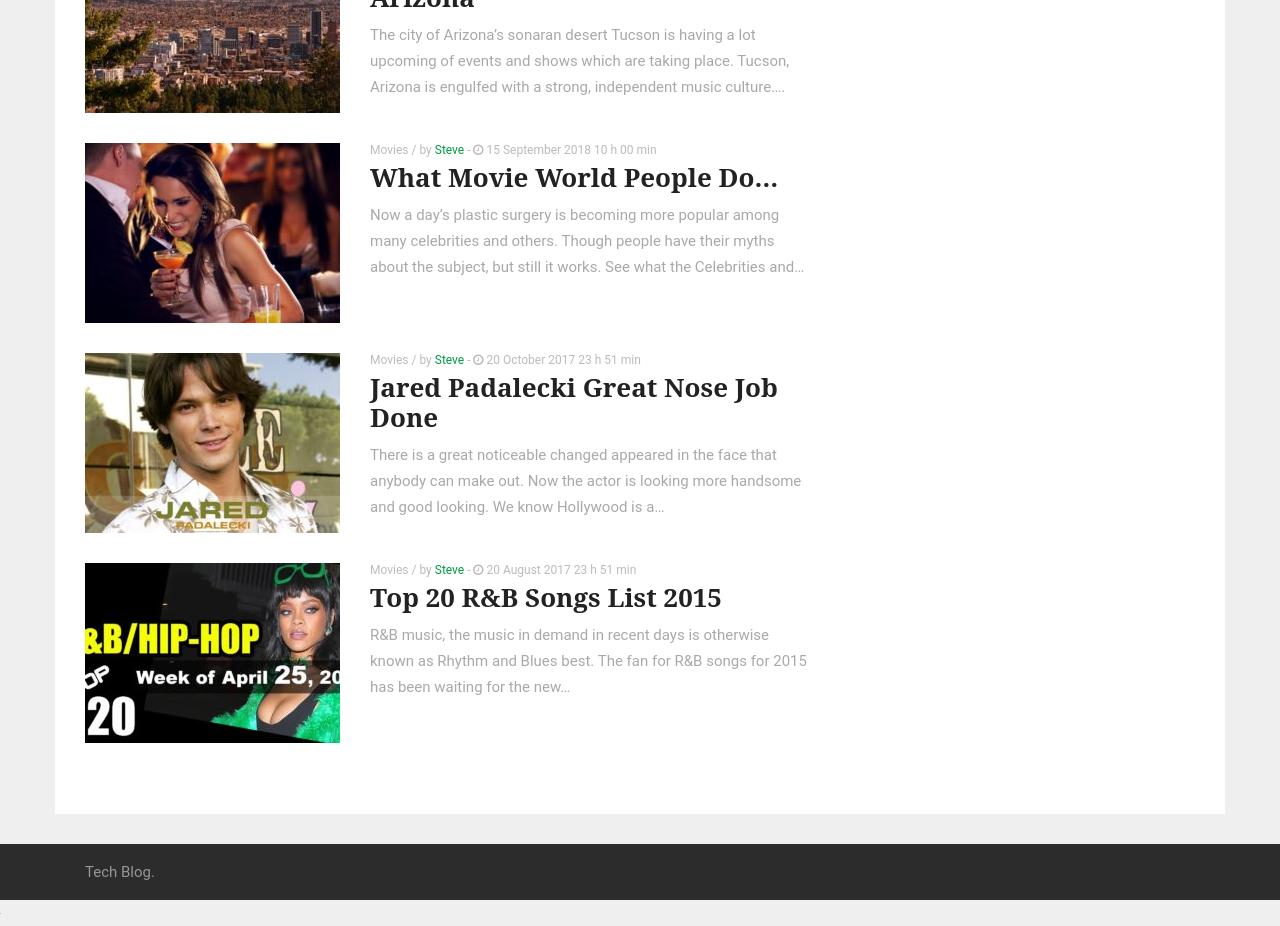 This screenshot has height=926, width=1280. I want to click on '20 August 2017 23 h 51 min', so click(559, 568).